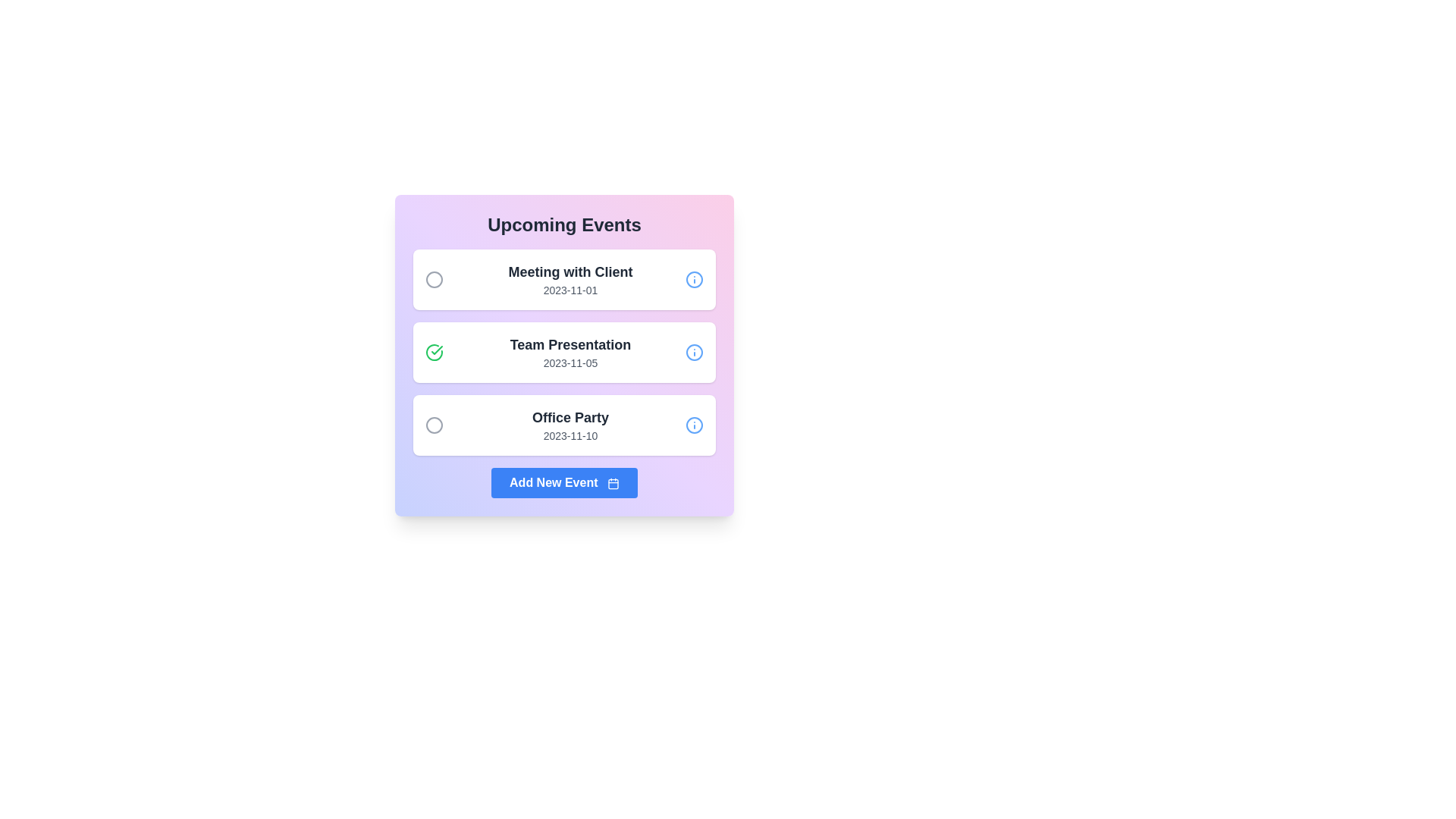 Image resolution: width=1456 pixels, height=819 pixels. I want to click on the 'Add New Event' button, which is a vibrant blue rectangular button with rounded corners, featuring bold white text and a small calendar icon on the right, so click(563, 482).